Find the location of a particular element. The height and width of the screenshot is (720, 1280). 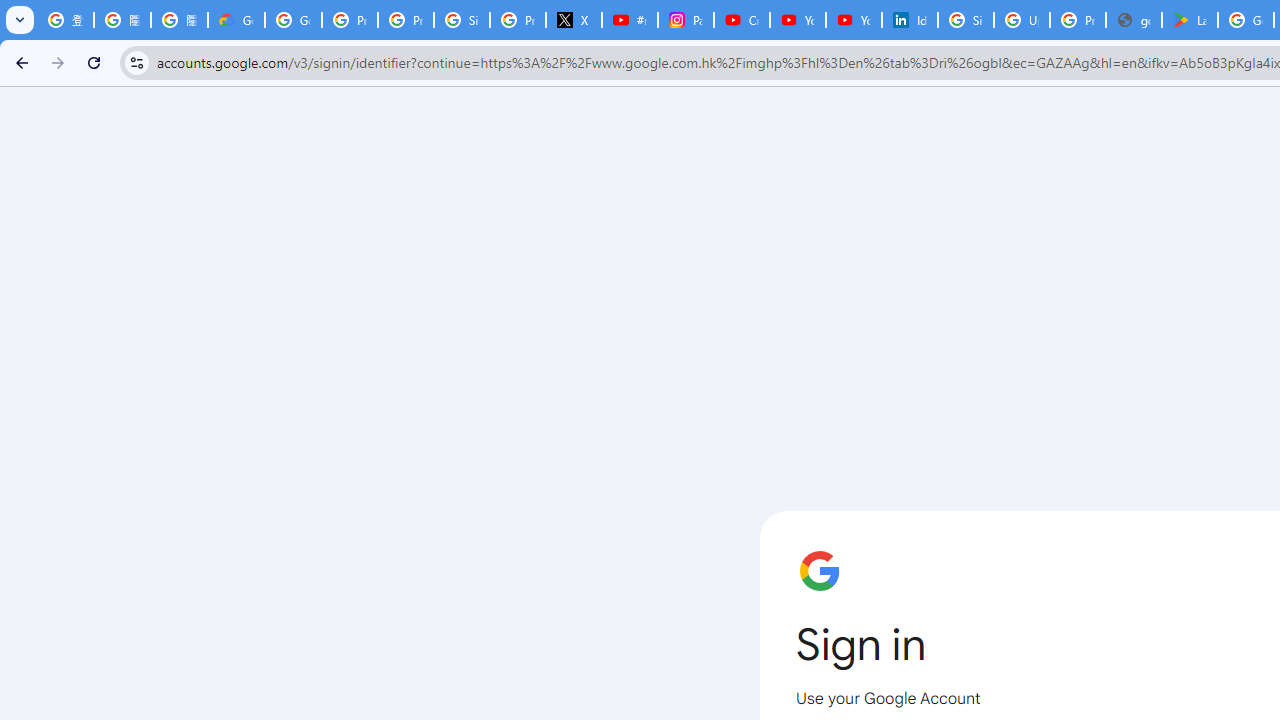

'Sign in - Google Accounts' is located at coordinates (966, 20).